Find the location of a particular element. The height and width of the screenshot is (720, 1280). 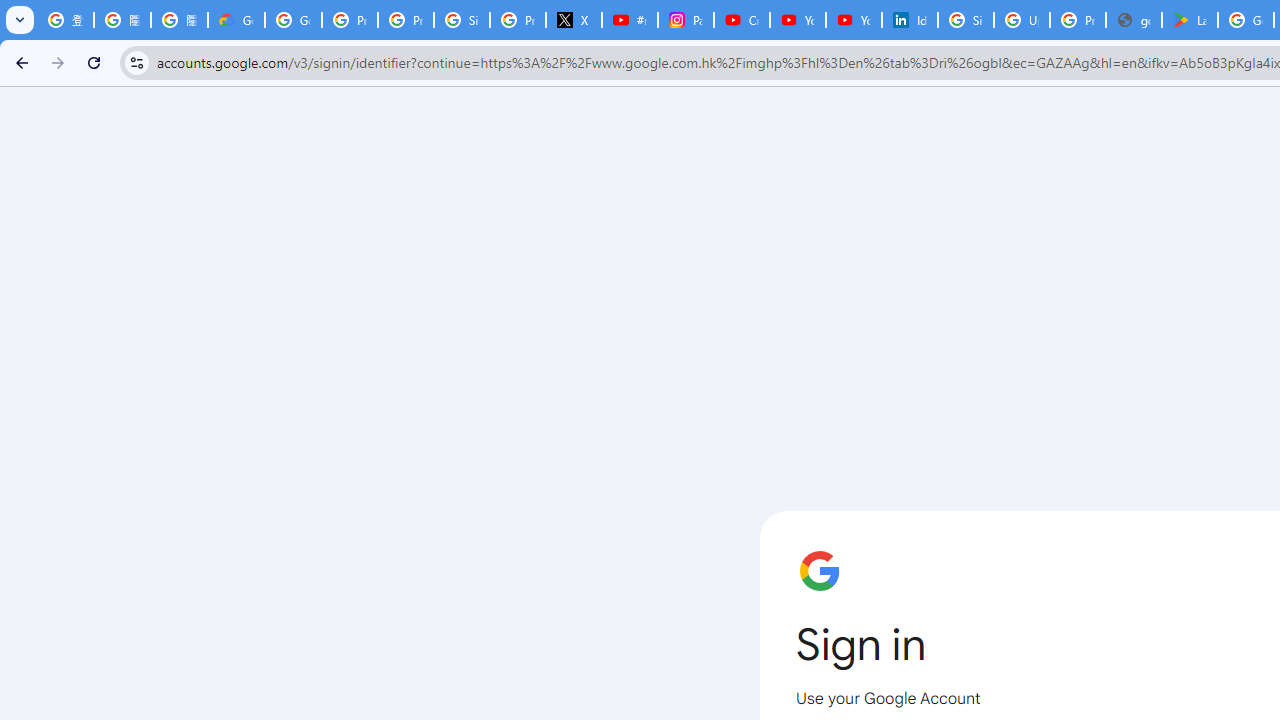

'Sign in - Google Accounts' is located at coordinates (966, 20).